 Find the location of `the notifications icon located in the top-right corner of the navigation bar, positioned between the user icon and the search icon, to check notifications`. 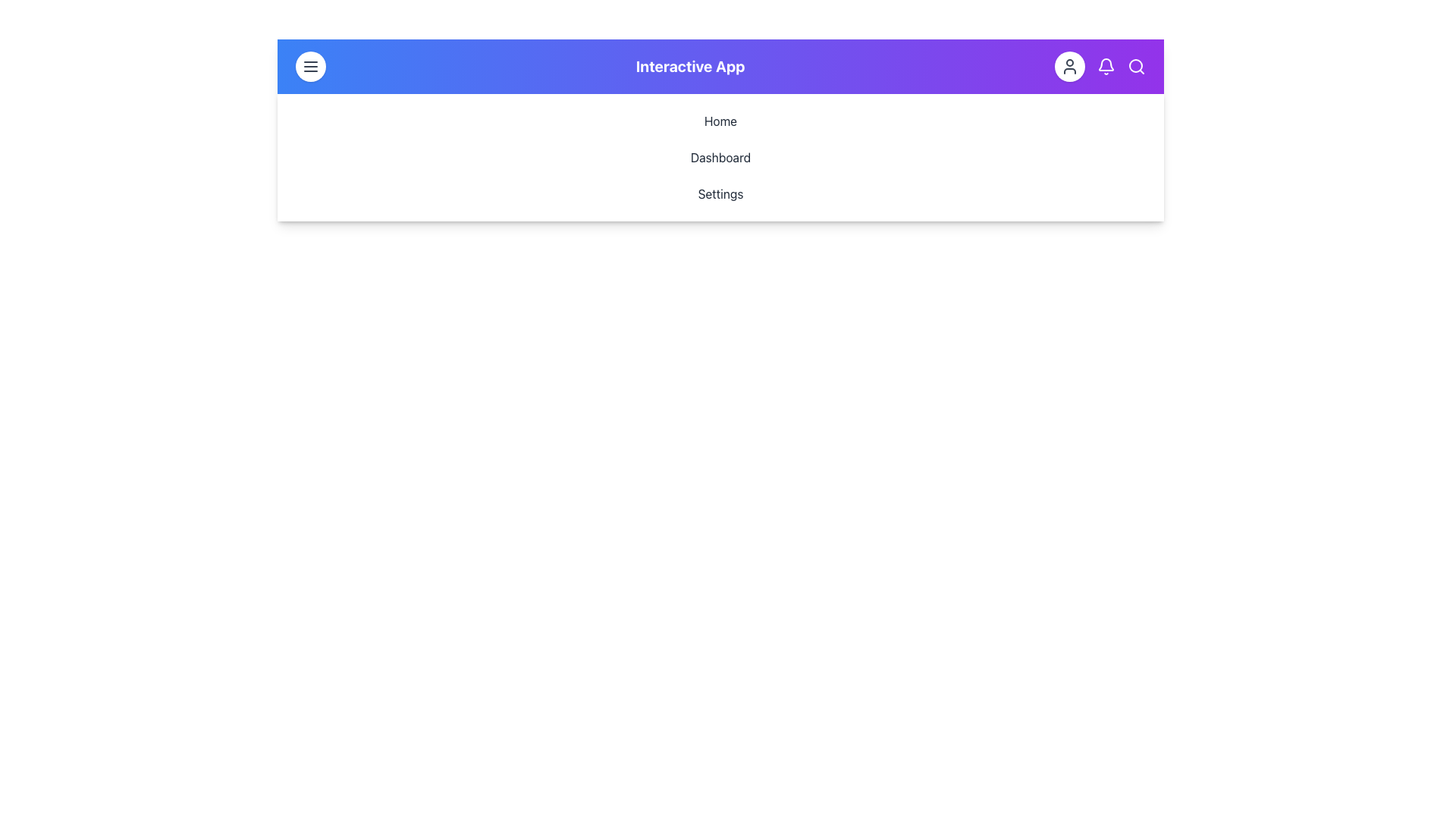

the notifications icon located in the top-right corner of the navigation bar, positioned between the user icon and the search icon, to check notifications is located at coordinates (1106, 66).